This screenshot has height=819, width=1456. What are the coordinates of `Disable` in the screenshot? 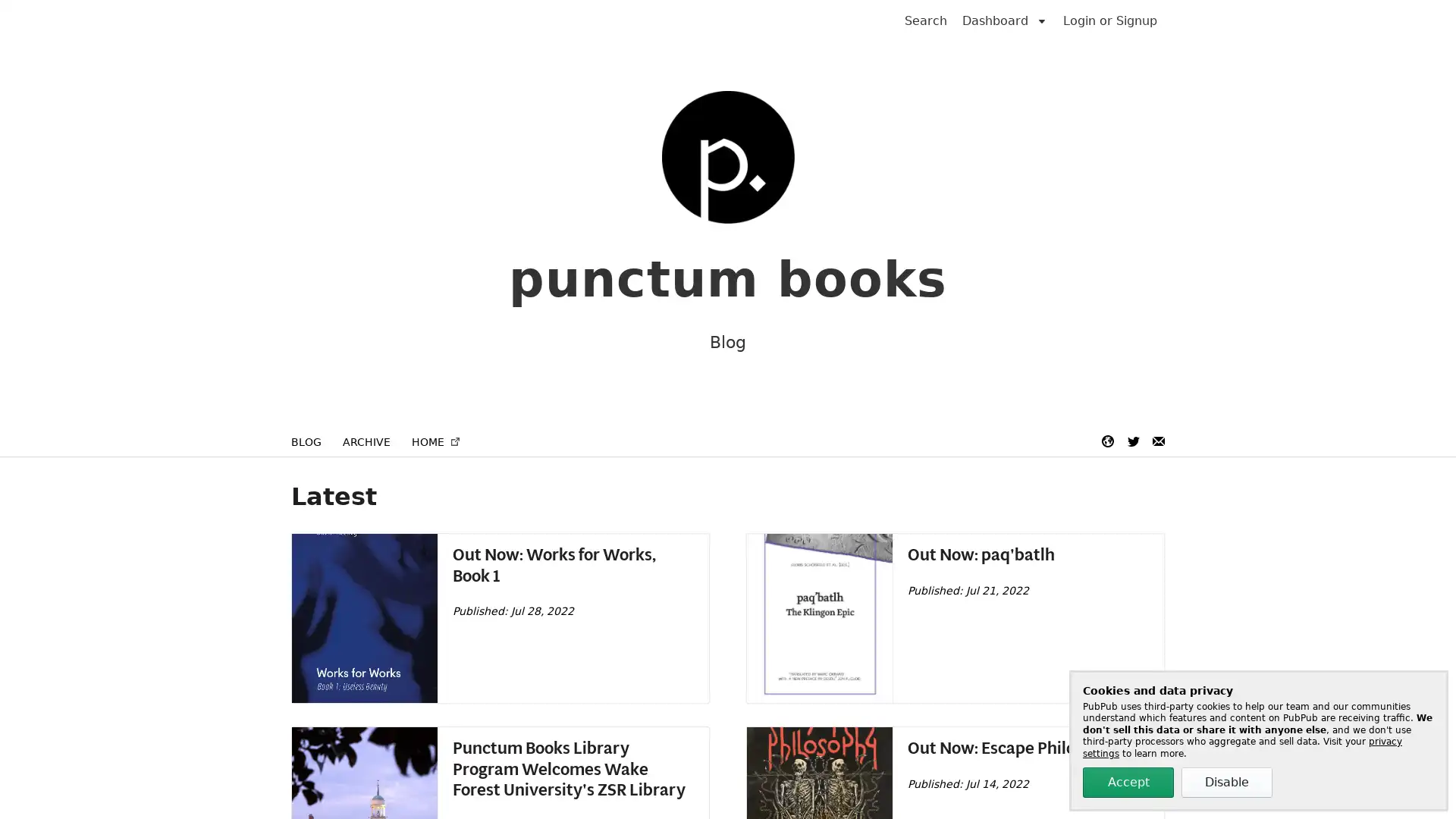 It's located at (1226, 783).